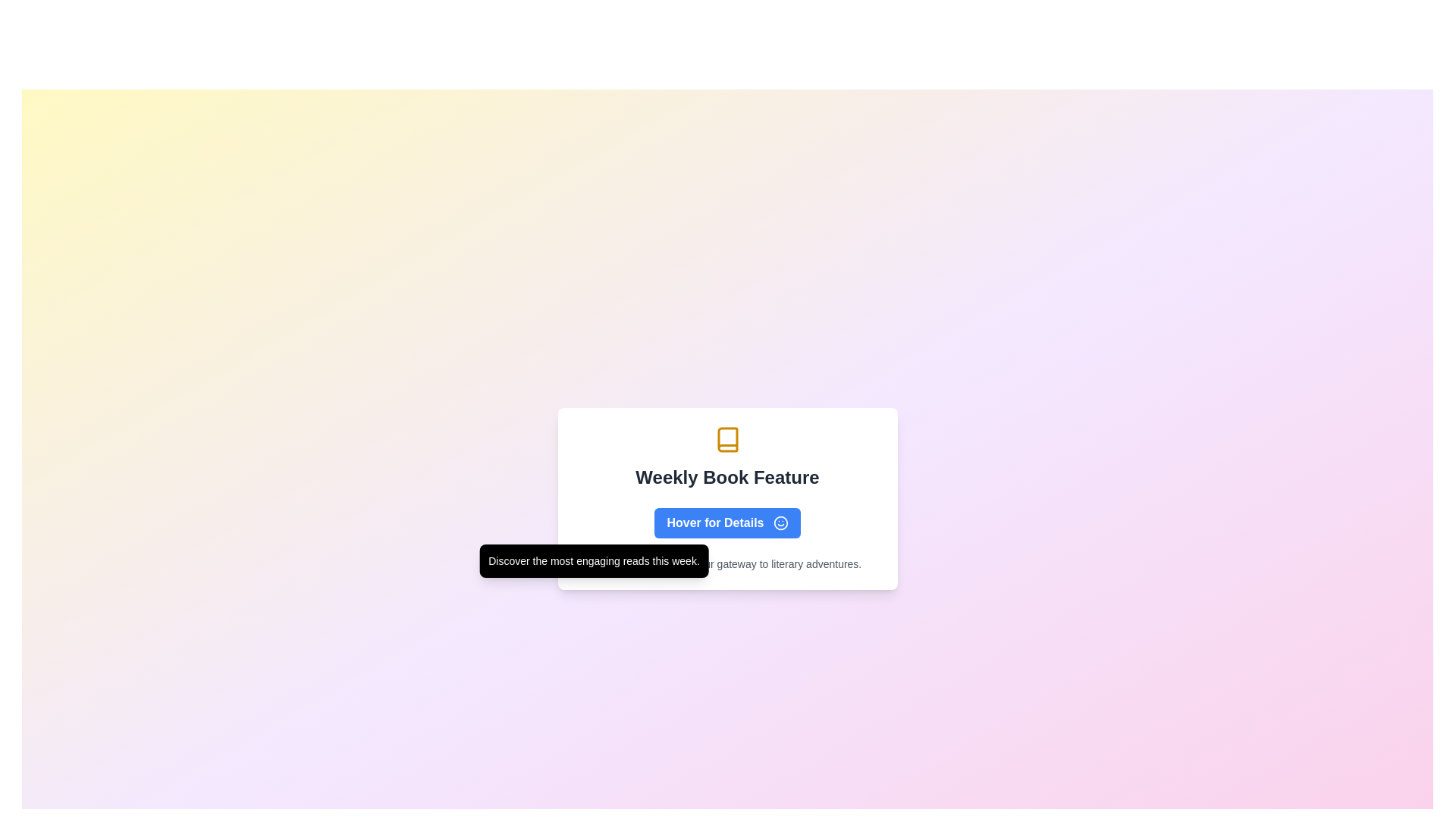 This screenshot has width=1456, height=819. Describe the element at coordinates (726, 522) in the screenshot. I see `the button located in the center lower portion of the 'Weekly Book Feature' card` at that location.